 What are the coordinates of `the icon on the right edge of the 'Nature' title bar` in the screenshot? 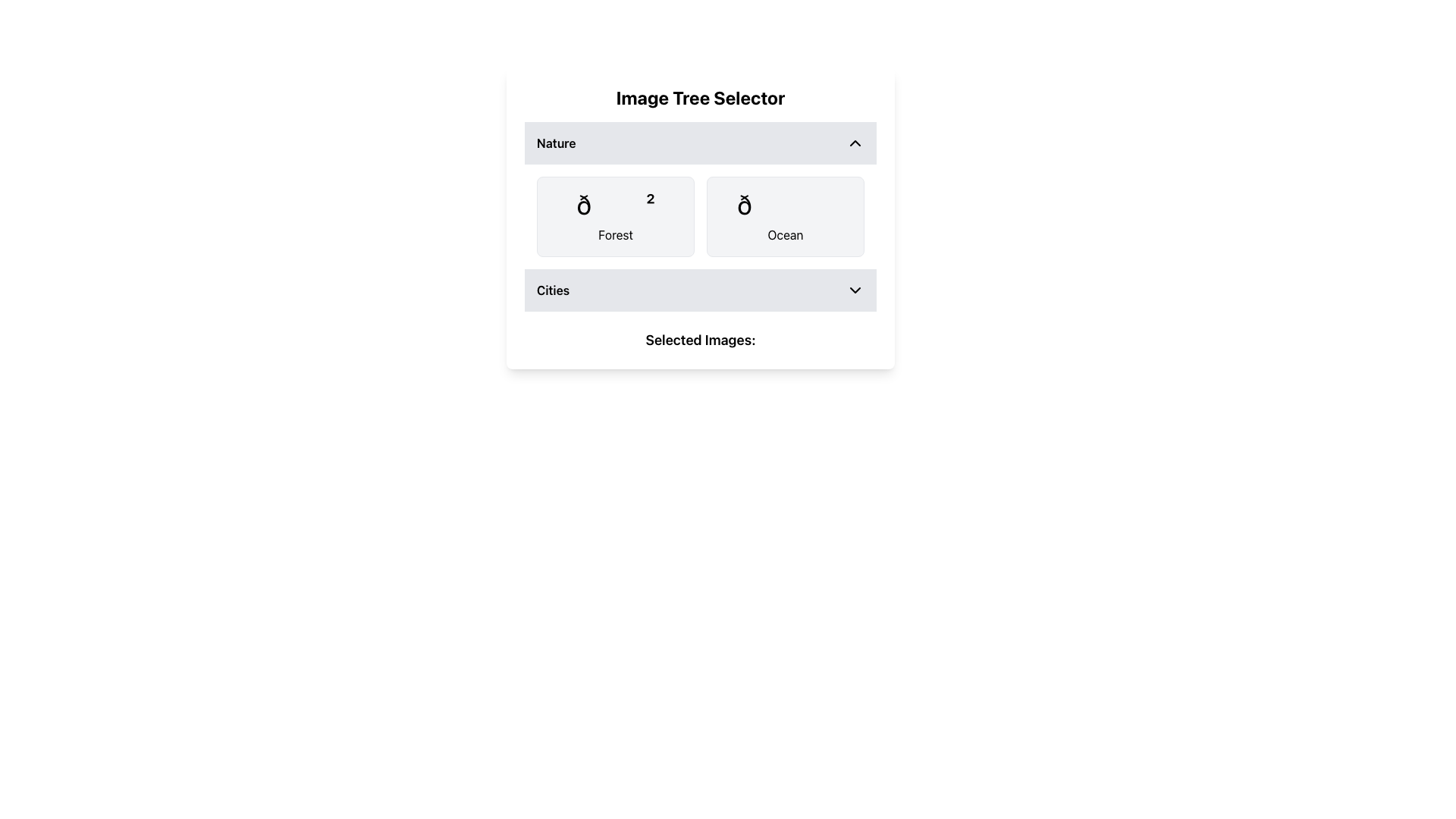 It's located at (855, 143).